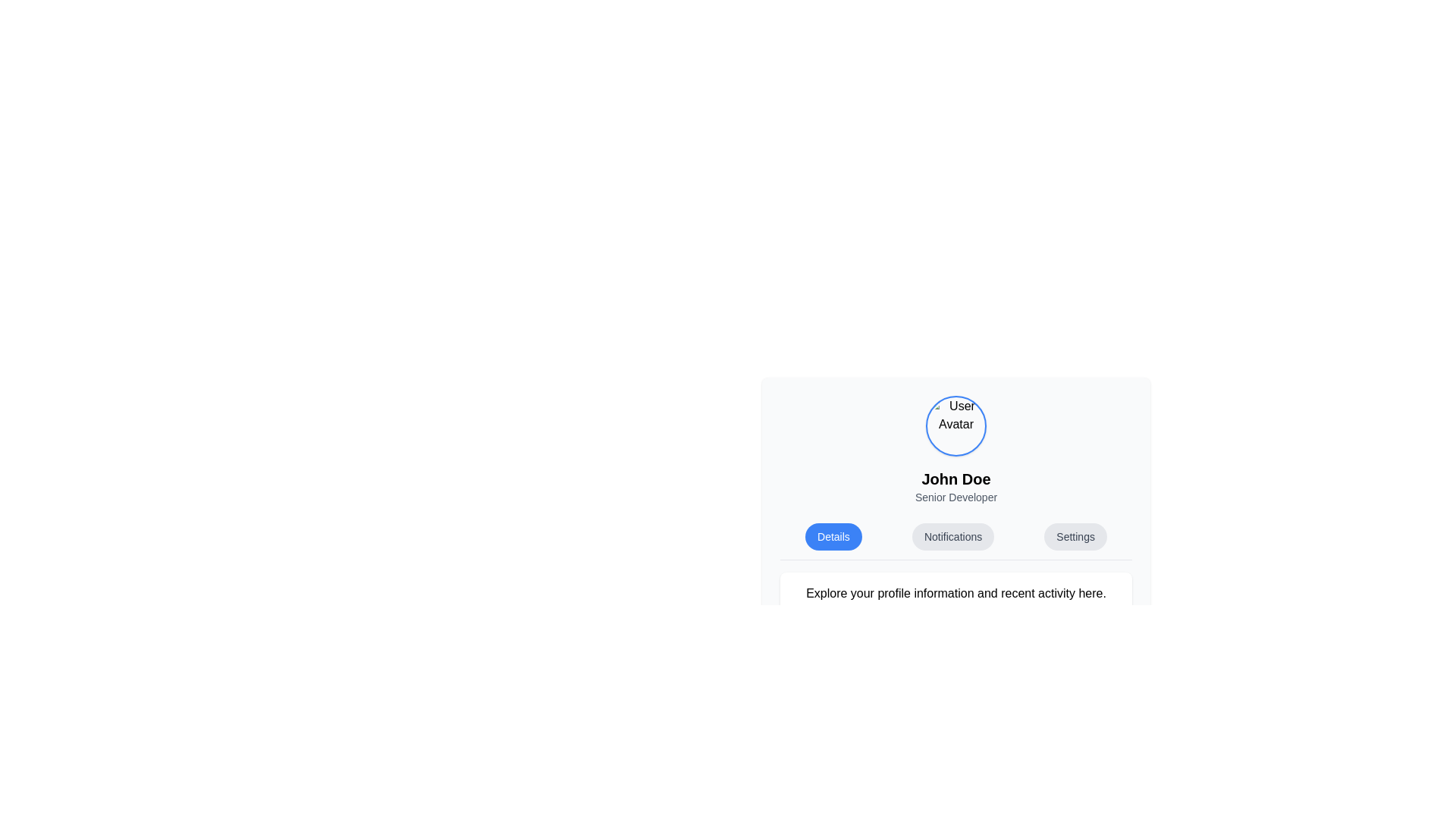  What do you see at coordinates (955, 479) in the screenshot?
I see `the user name label located centrally below the user avatar image and above the subtitle 'Senior Developer' in the user profile section` at bounding box center [955, 479].